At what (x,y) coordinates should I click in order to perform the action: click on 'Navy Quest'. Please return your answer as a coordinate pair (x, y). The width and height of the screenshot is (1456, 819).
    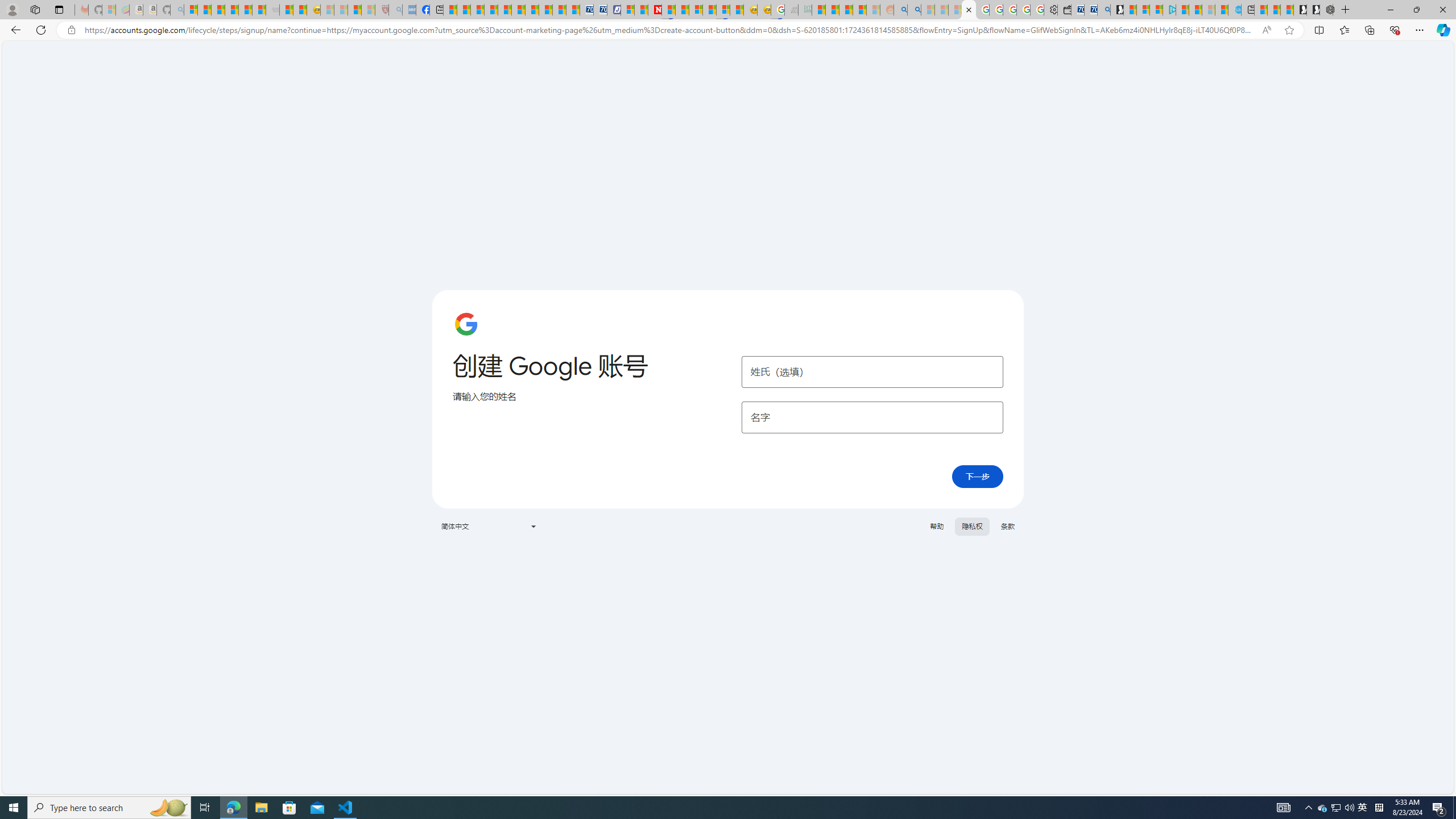
    Looking at the image, I should click on (791, 9).